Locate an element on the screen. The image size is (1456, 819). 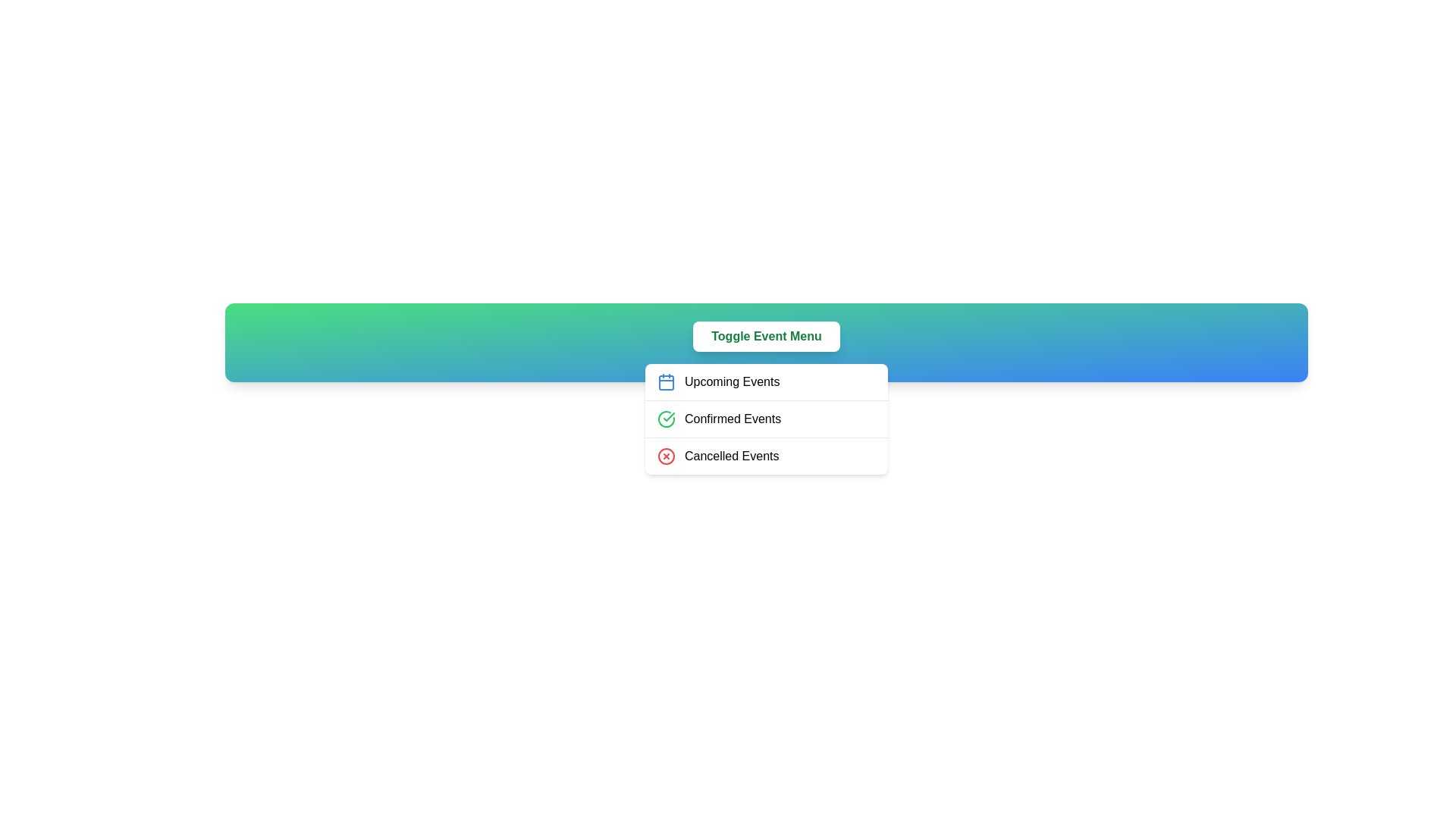
the 'Confirmed Events' option in the menu is located at coordinates (767, 418).